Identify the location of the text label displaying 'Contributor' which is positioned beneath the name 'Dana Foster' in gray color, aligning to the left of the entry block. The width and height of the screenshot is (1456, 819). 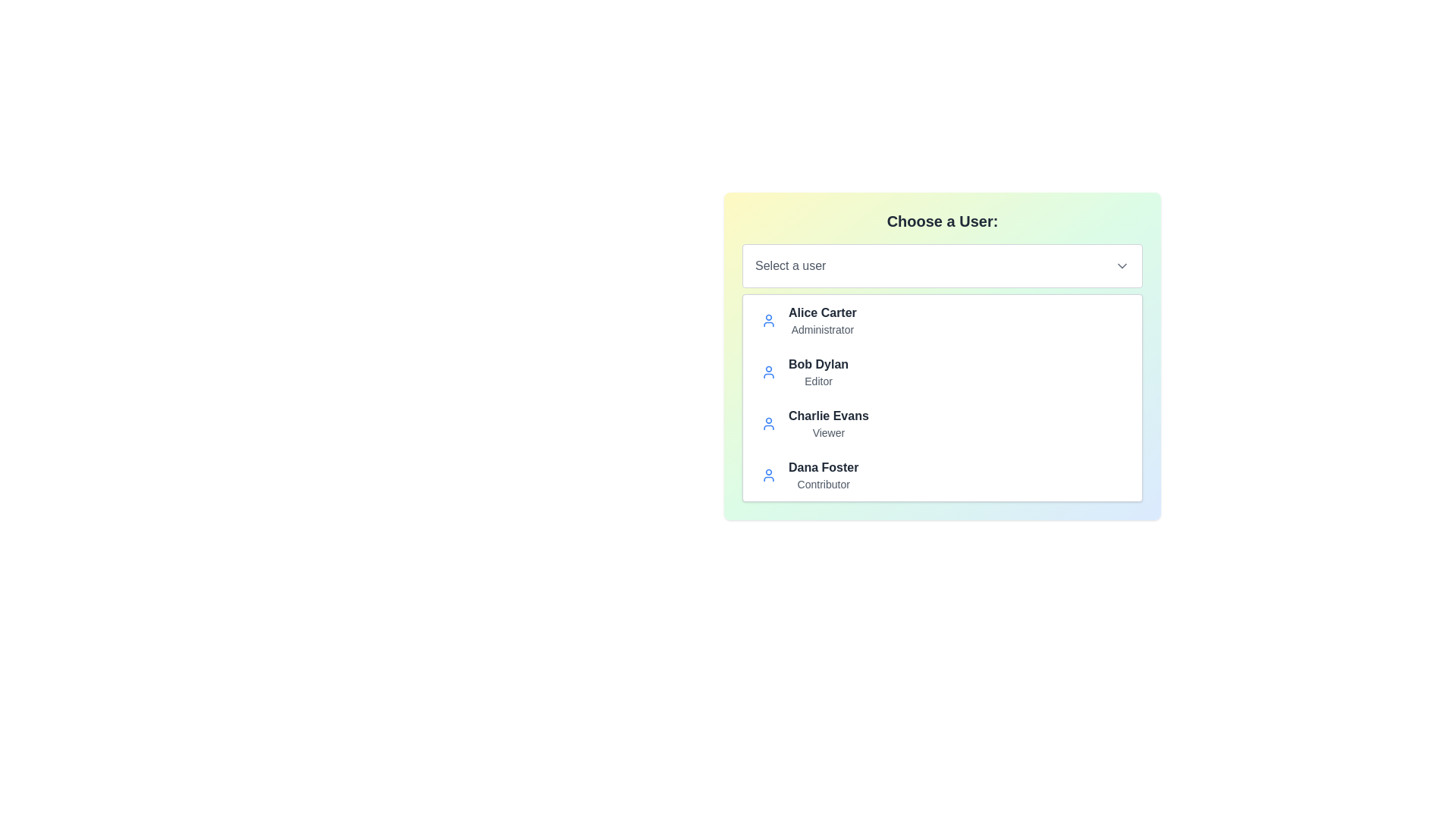
(823, 485).